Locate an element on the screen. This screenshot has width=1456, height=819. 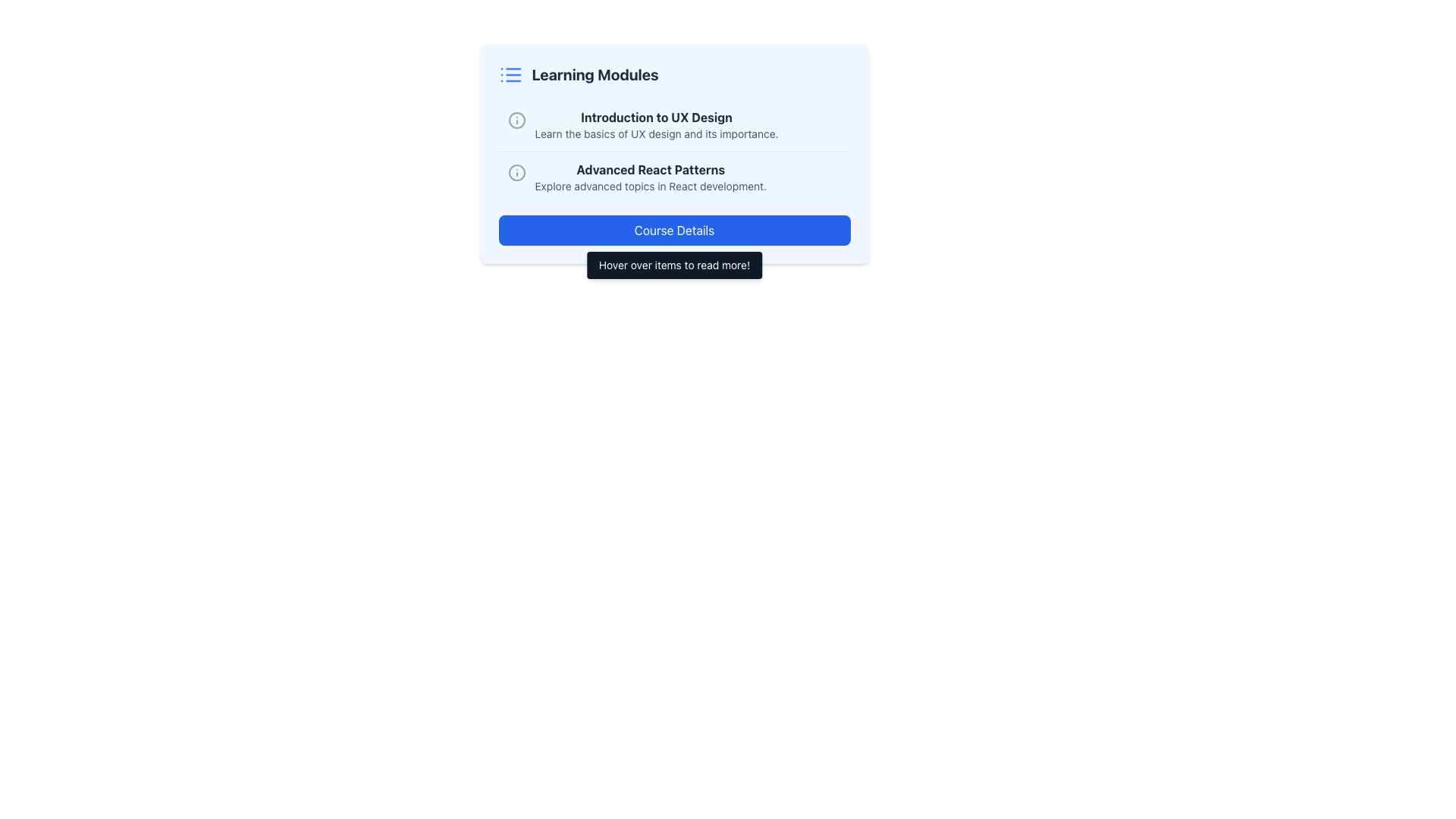
the tooltip notification with dark gray background and white text that says 'Hover over items to read more!', located below the 'Course Details' button in the 'Learning Modules' section is located at coordinates (673, 265).